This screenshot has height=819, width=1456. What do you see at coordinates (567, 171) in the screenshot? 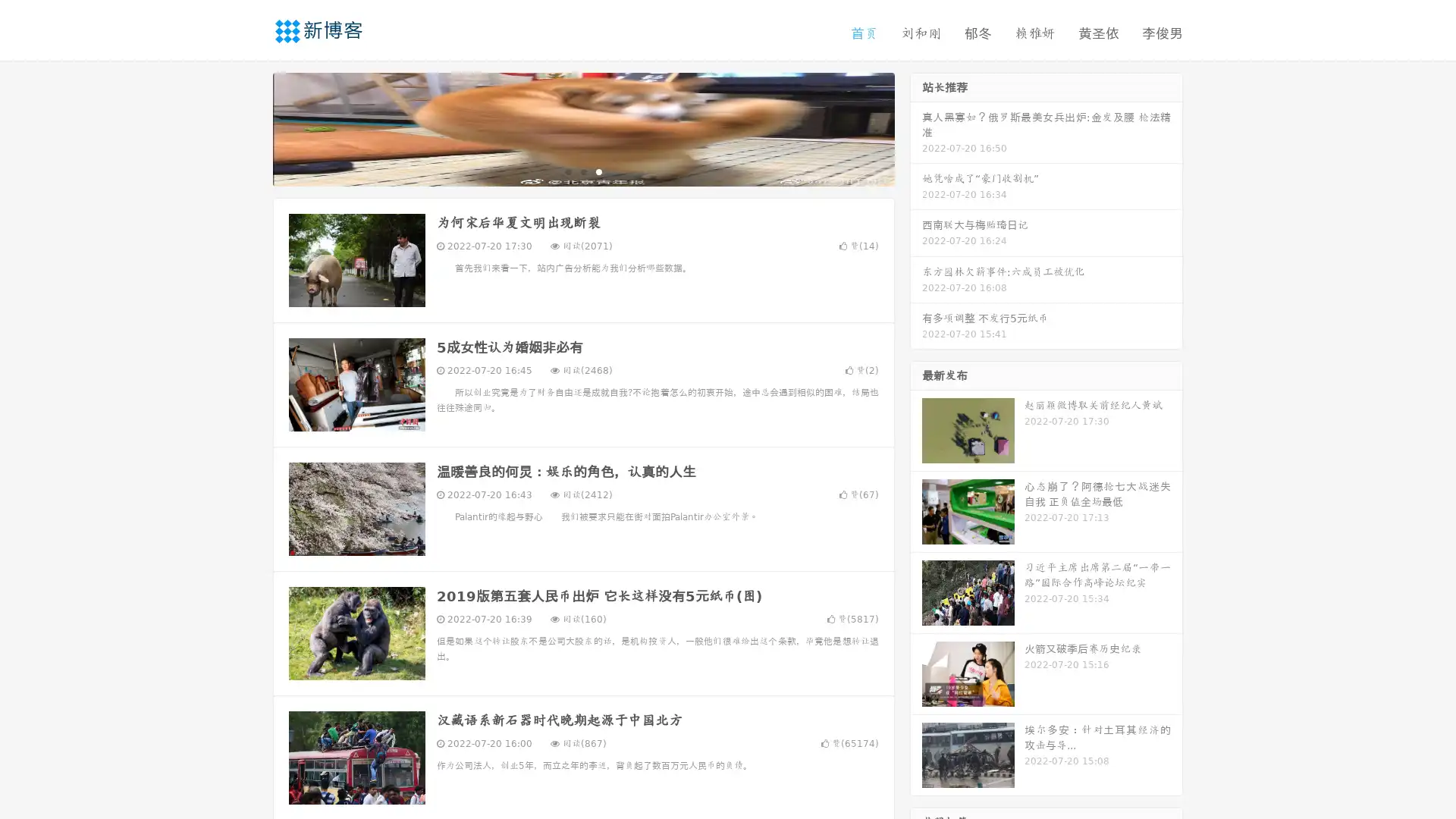
I see `Go to slide 1` at bounding box center [567, 171].